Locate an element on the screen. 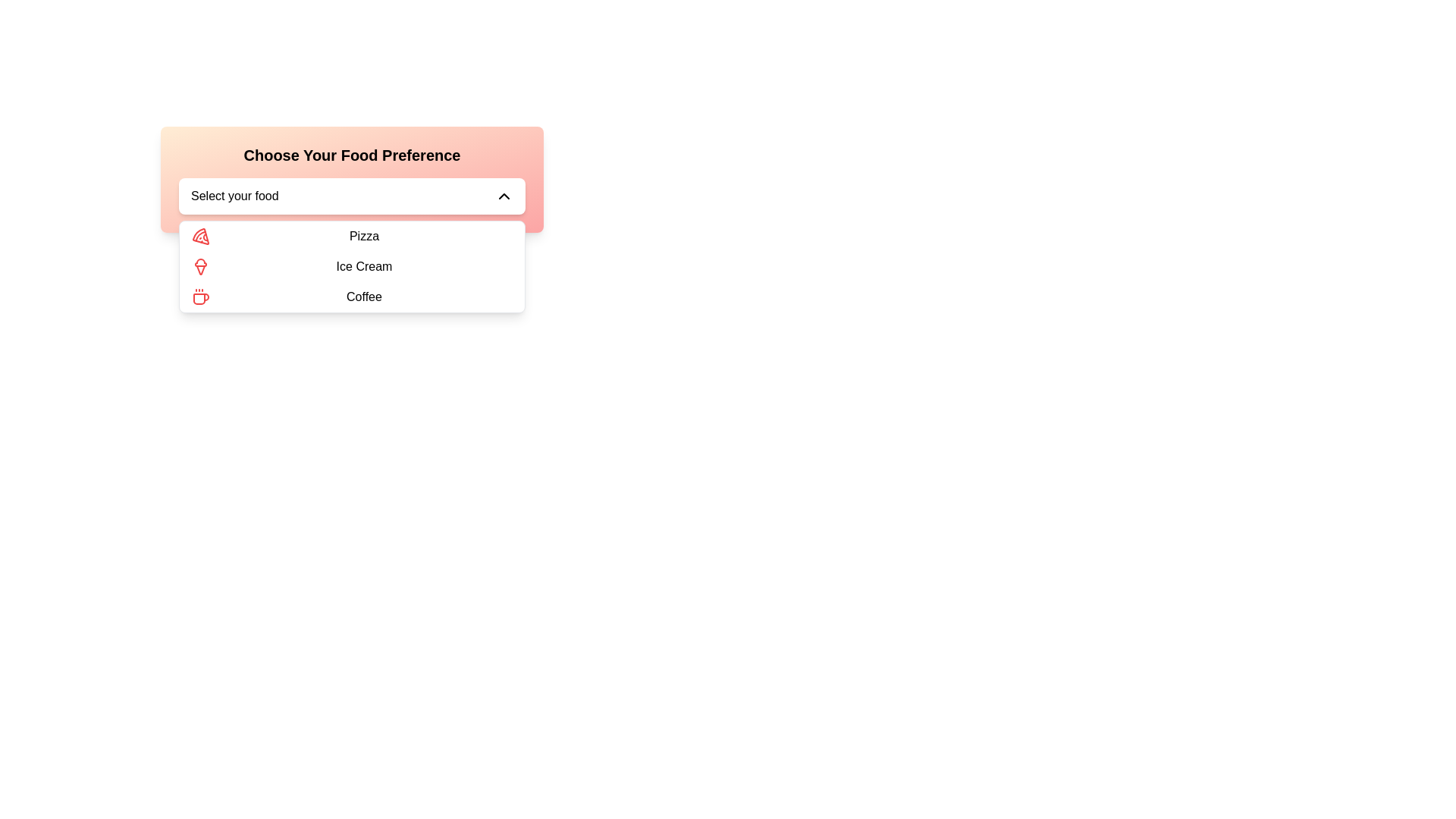 This screenshot has width=1456, height=819. the 'Ice Cream' option in the dropdown menu located beneath the 'Select your food' button is located at coordinates (351, 265).